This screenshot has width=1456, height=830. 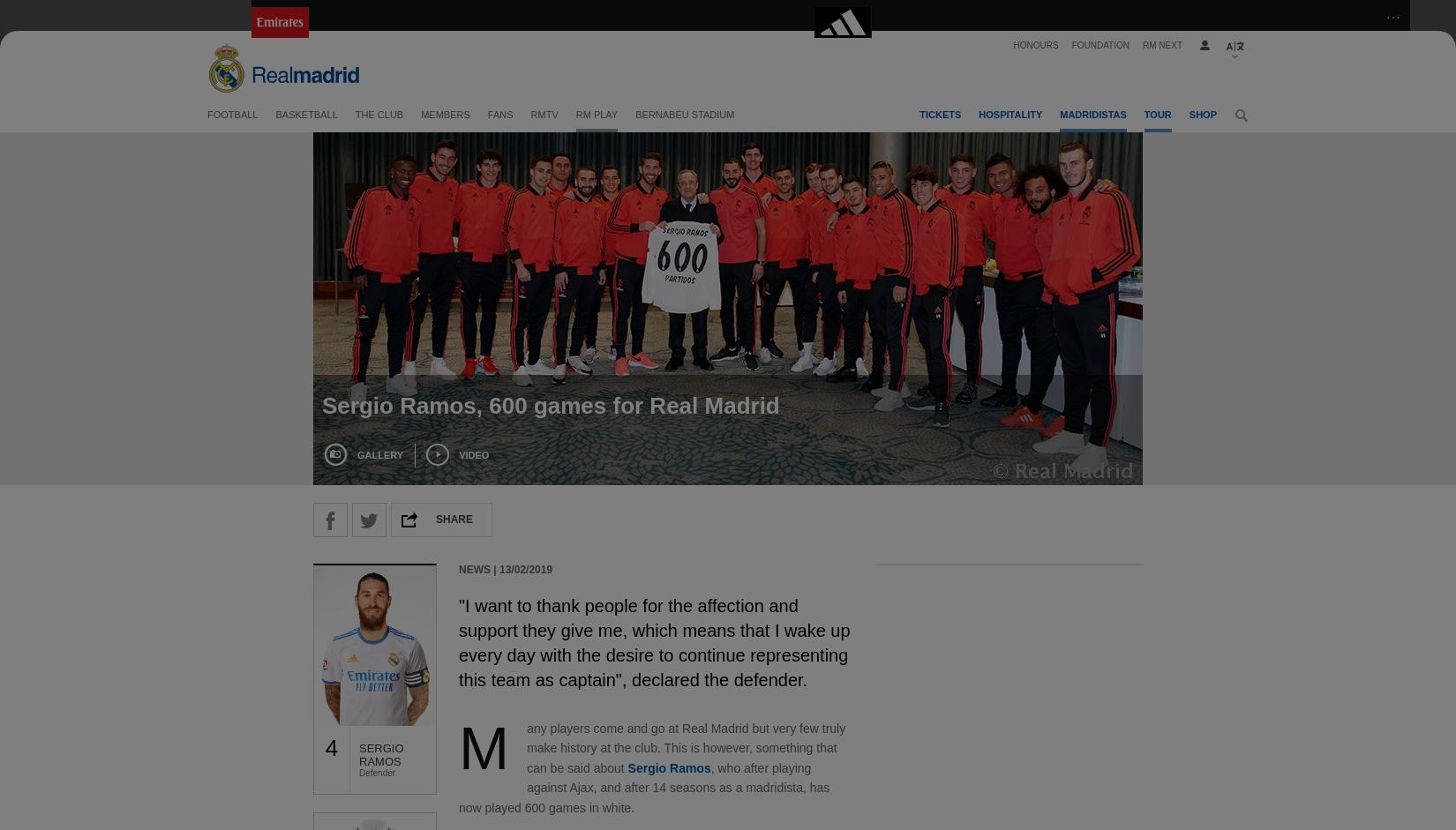 What do you see at coordinates (1048, 222) in the screenshot?
I see `'Shop by player'` at bounding box center [1048, 222].